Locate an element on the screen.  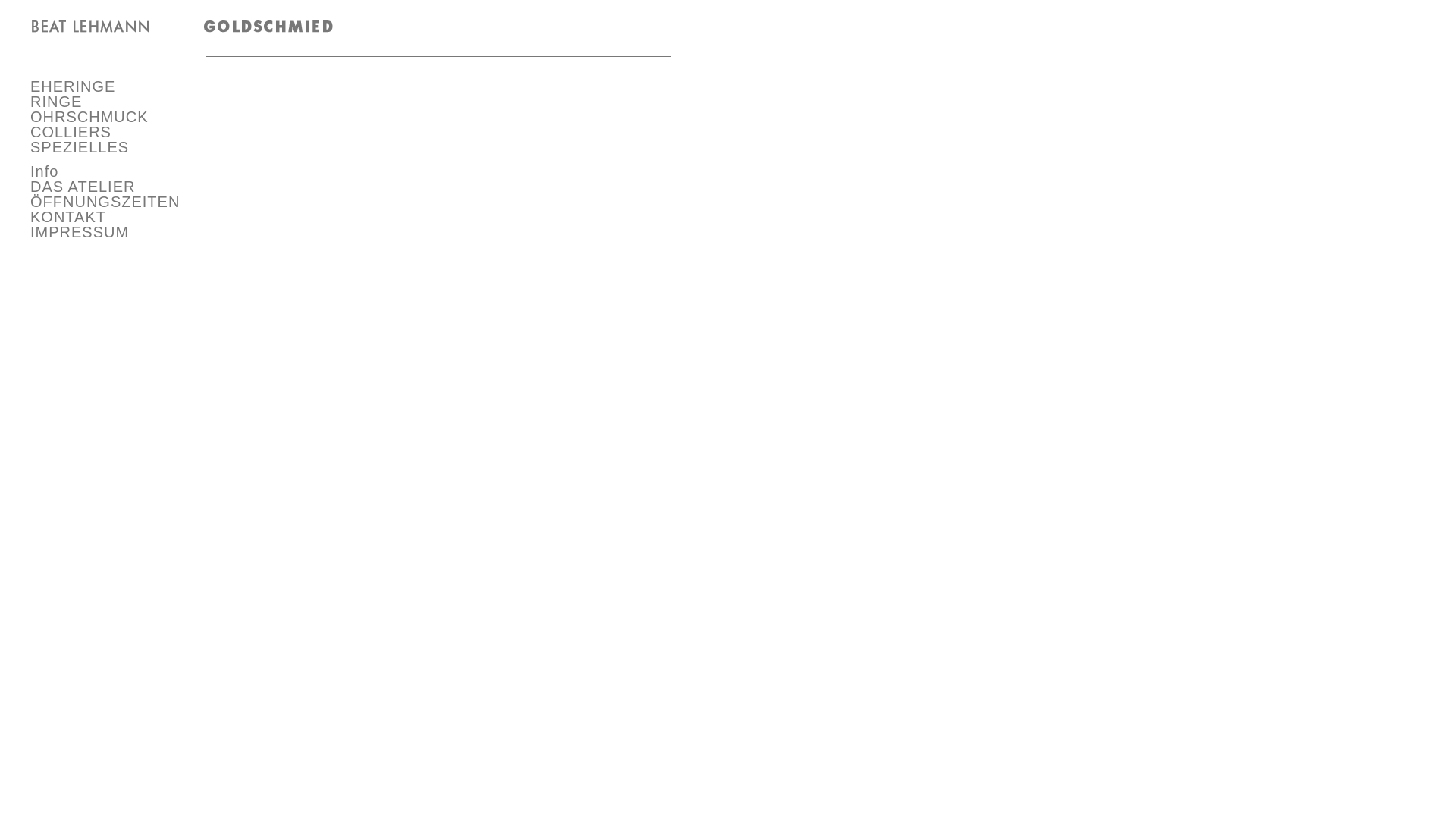
'COLLIERS' is located at coordinates (70, 130).